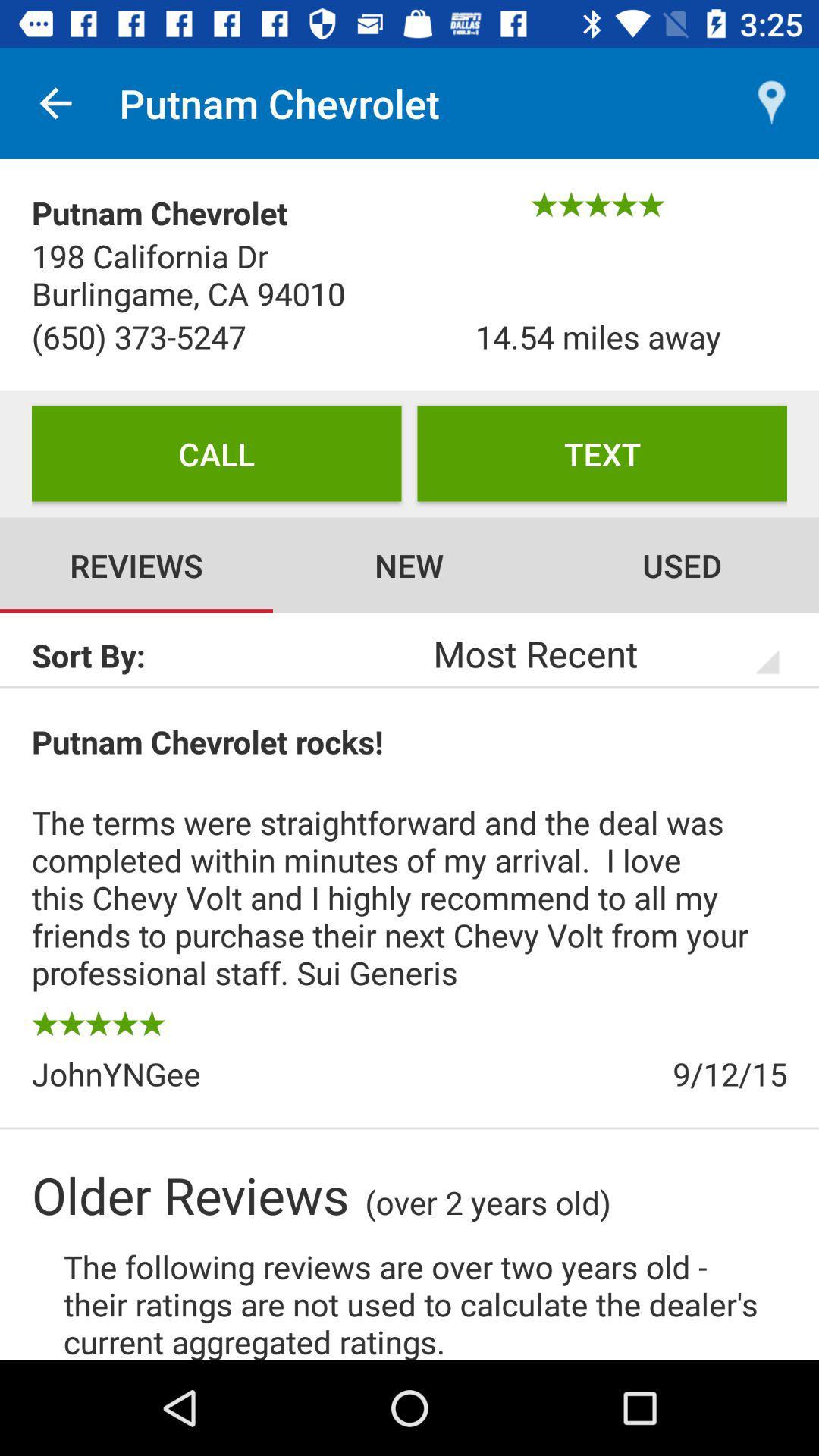 The height and width of the screenshot is (1456, 819). Describe the element at coordinates (216, 453) in the screenshot. I see `icon below (650) 373-5247` at that location.